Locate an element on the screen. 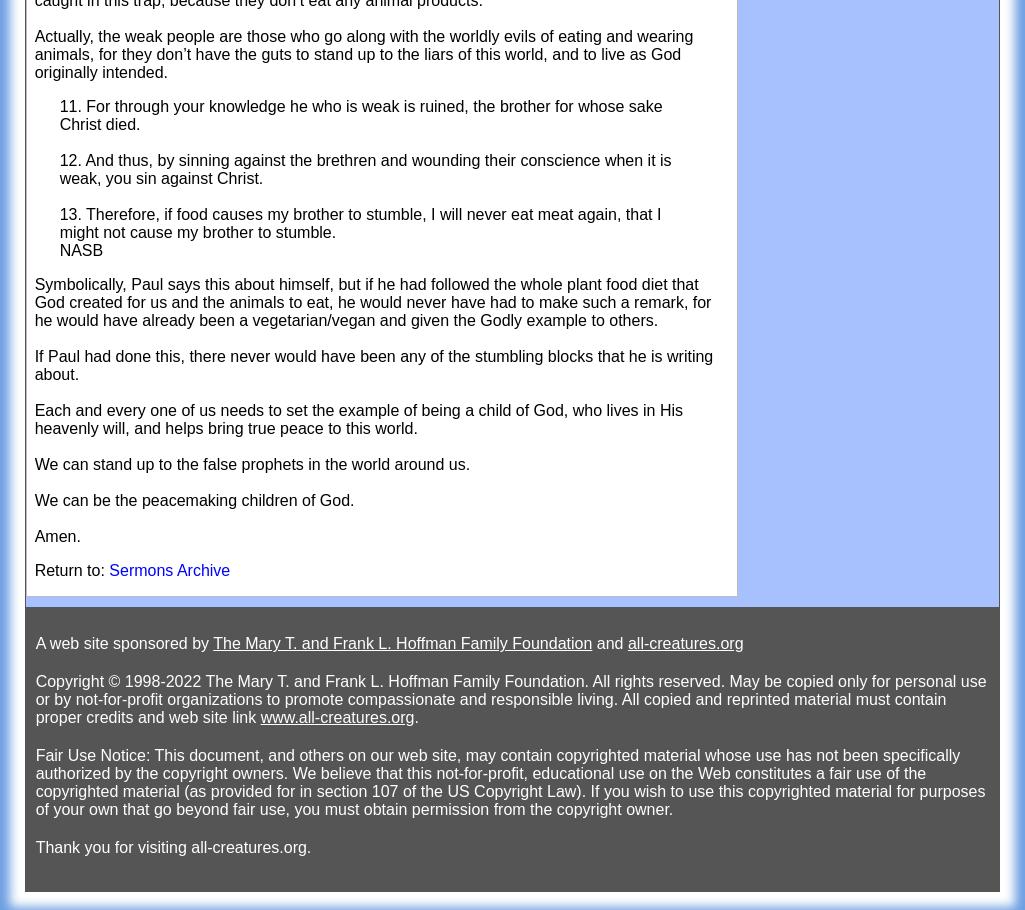  'and' is located at coordinates (592, 643).